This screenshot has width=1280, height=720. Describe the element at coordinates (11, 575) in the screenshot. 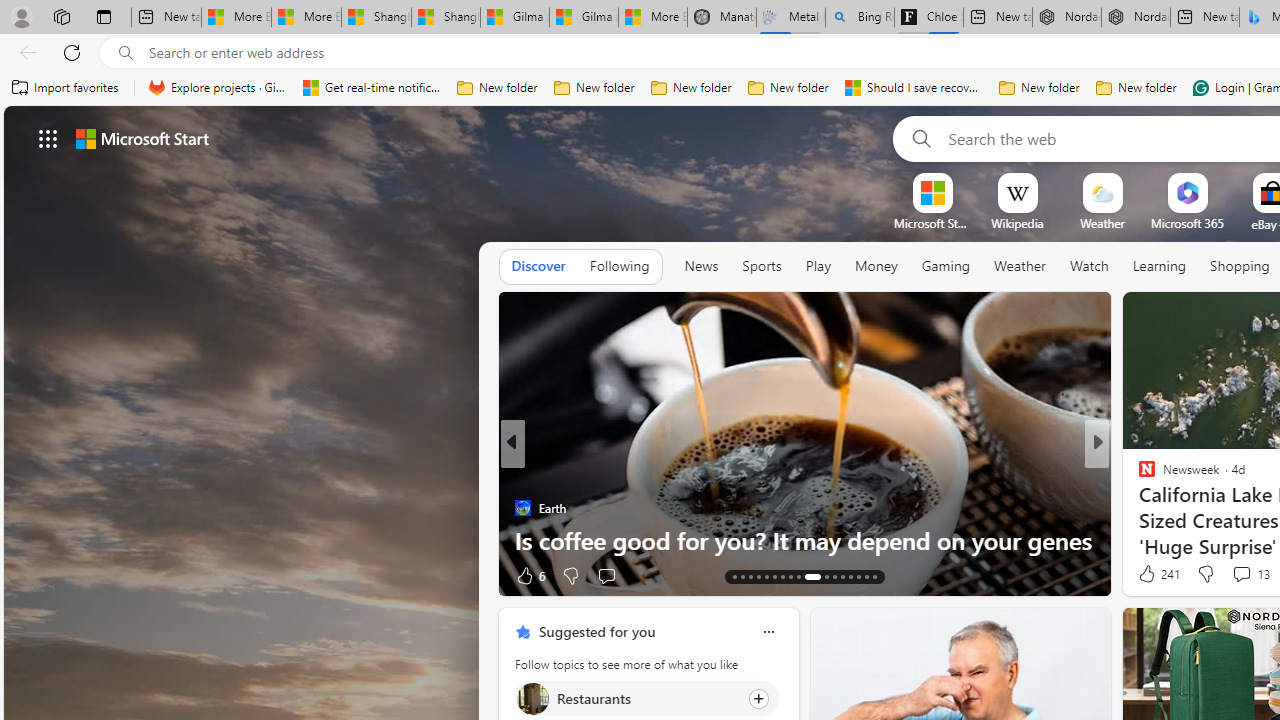

I see `'View comments 405 Comment'` at that location.